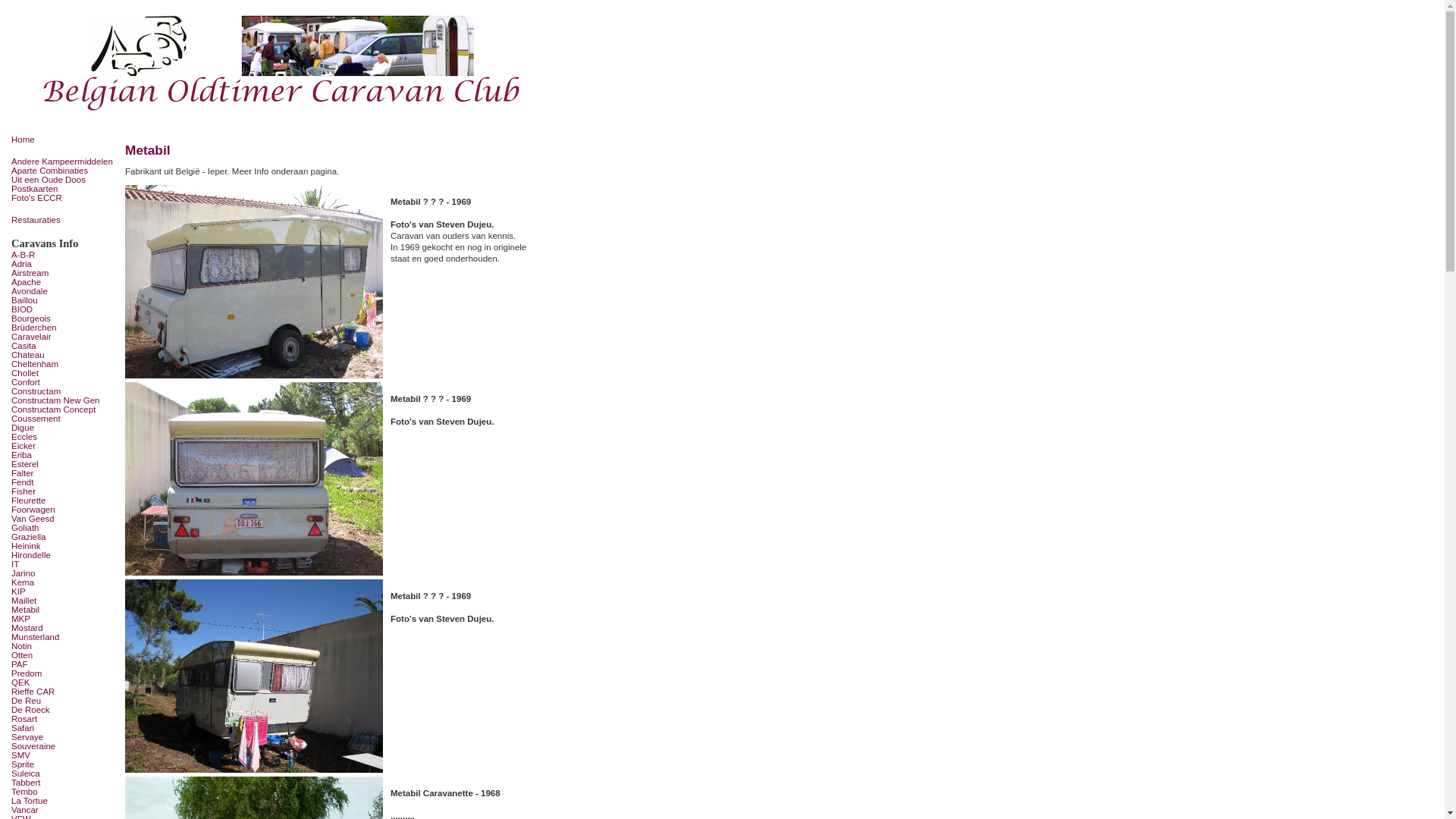 The height and width of the screenshot is (819, 1456). What do you see at coordinates (64, 555) in the screenshot?
I see `'Hirondelle'` at bounding box center [64, 555].